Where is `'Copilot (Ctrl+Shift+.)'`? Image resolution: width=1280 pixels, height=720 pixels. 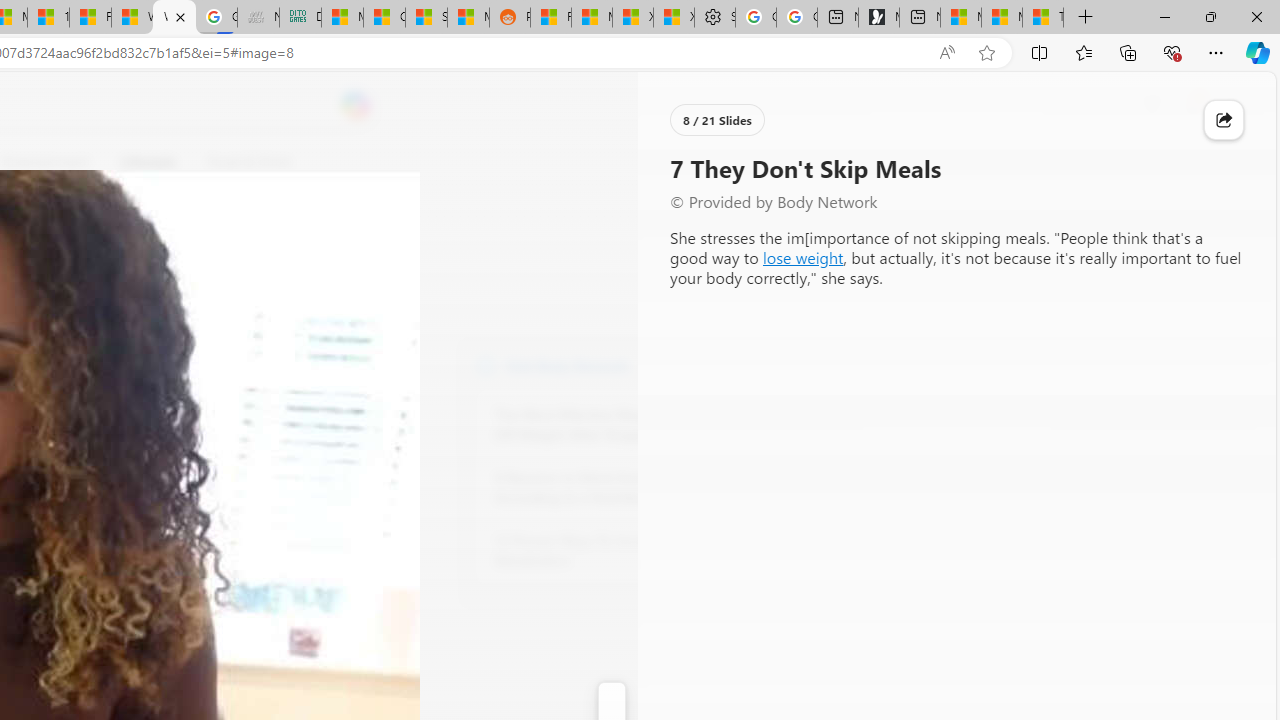 'Copilot (Ctrl+Shift+.)' is located at coordinates (1257, 51).